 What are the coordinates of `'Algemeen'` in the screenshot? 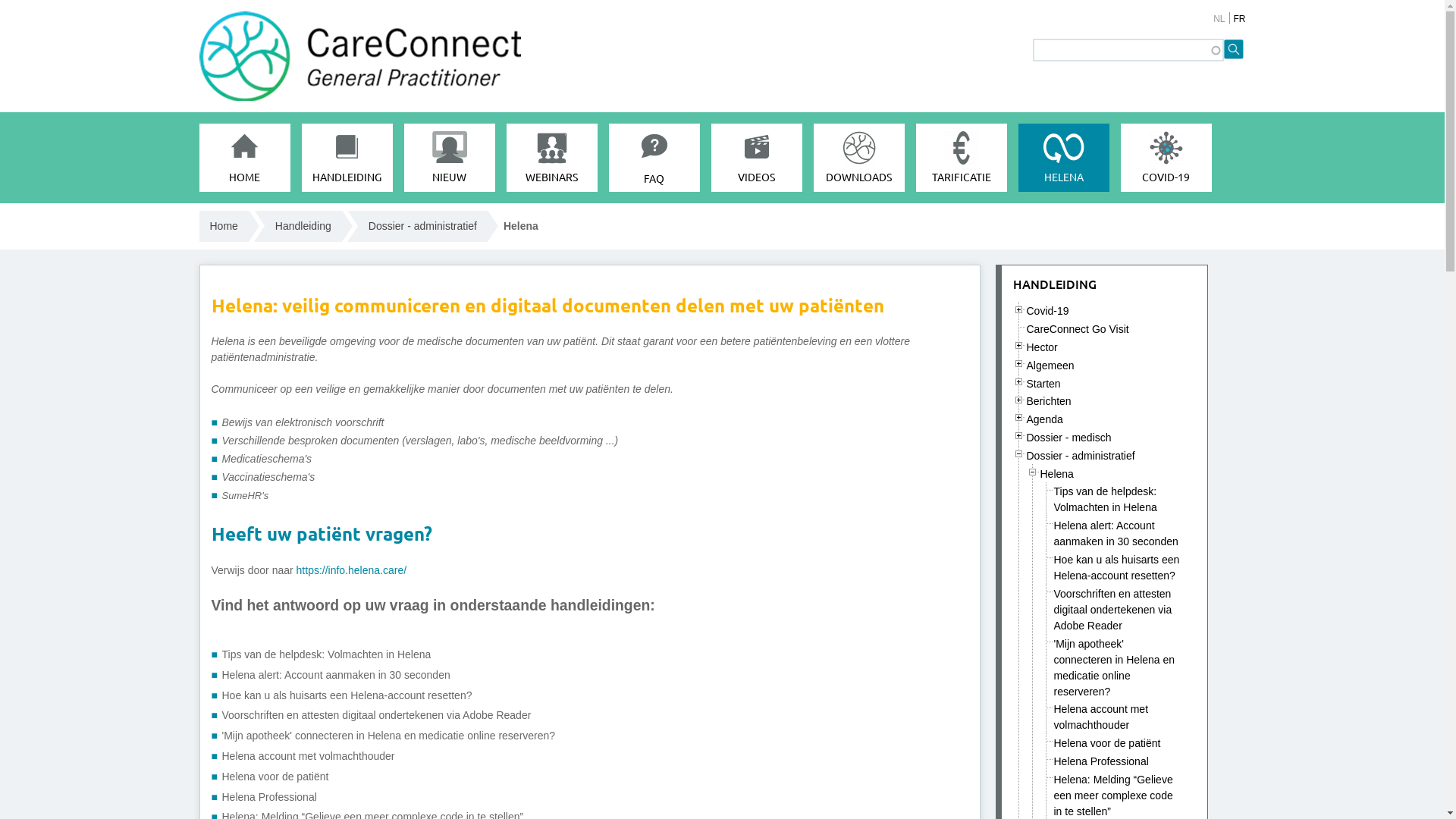 It's located at (1050, 366).